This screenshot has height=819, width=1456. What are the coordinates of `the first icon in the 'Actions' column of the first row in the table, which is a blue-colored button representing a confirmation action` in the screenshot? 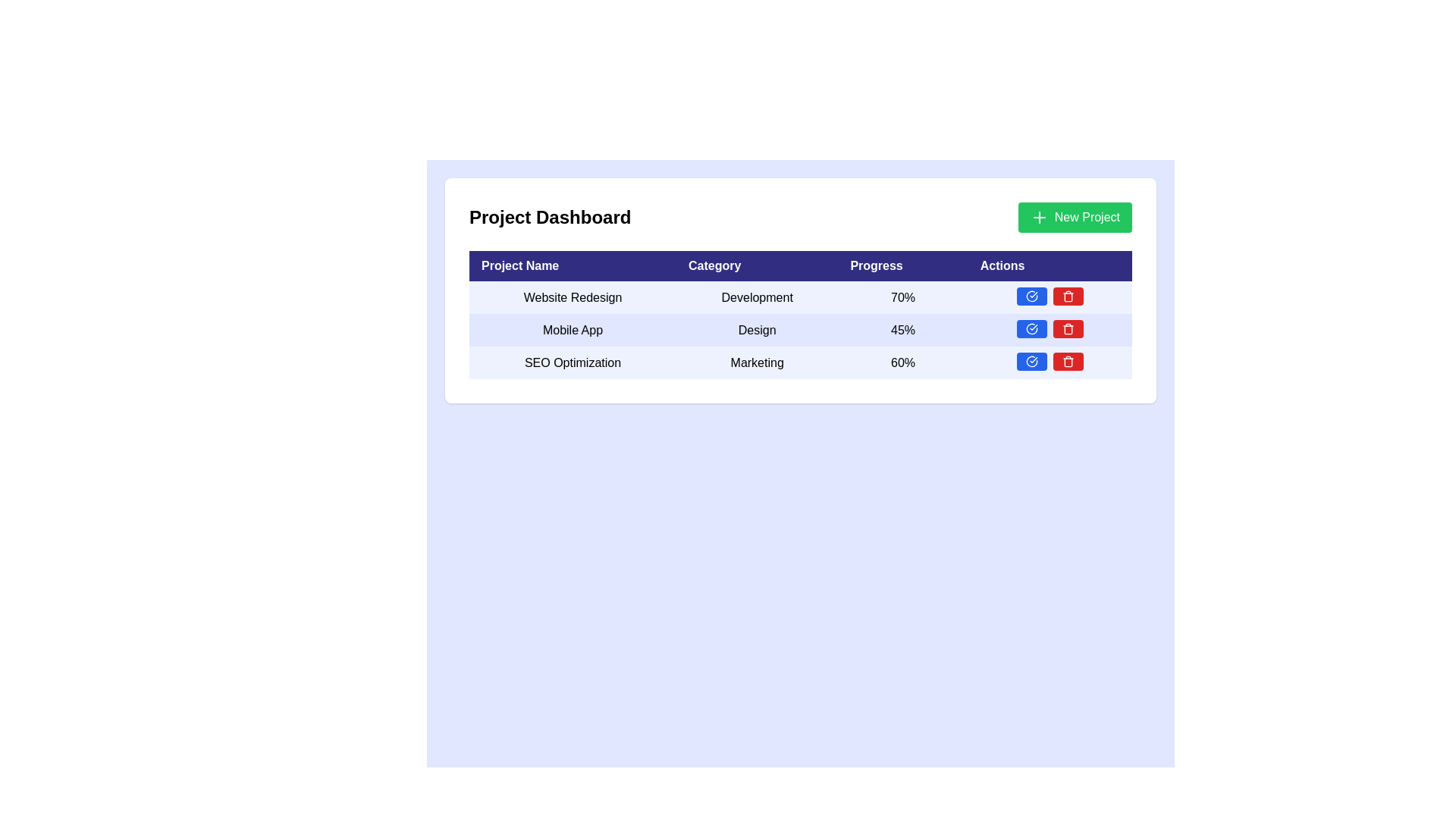 It's located at (1031, 296).